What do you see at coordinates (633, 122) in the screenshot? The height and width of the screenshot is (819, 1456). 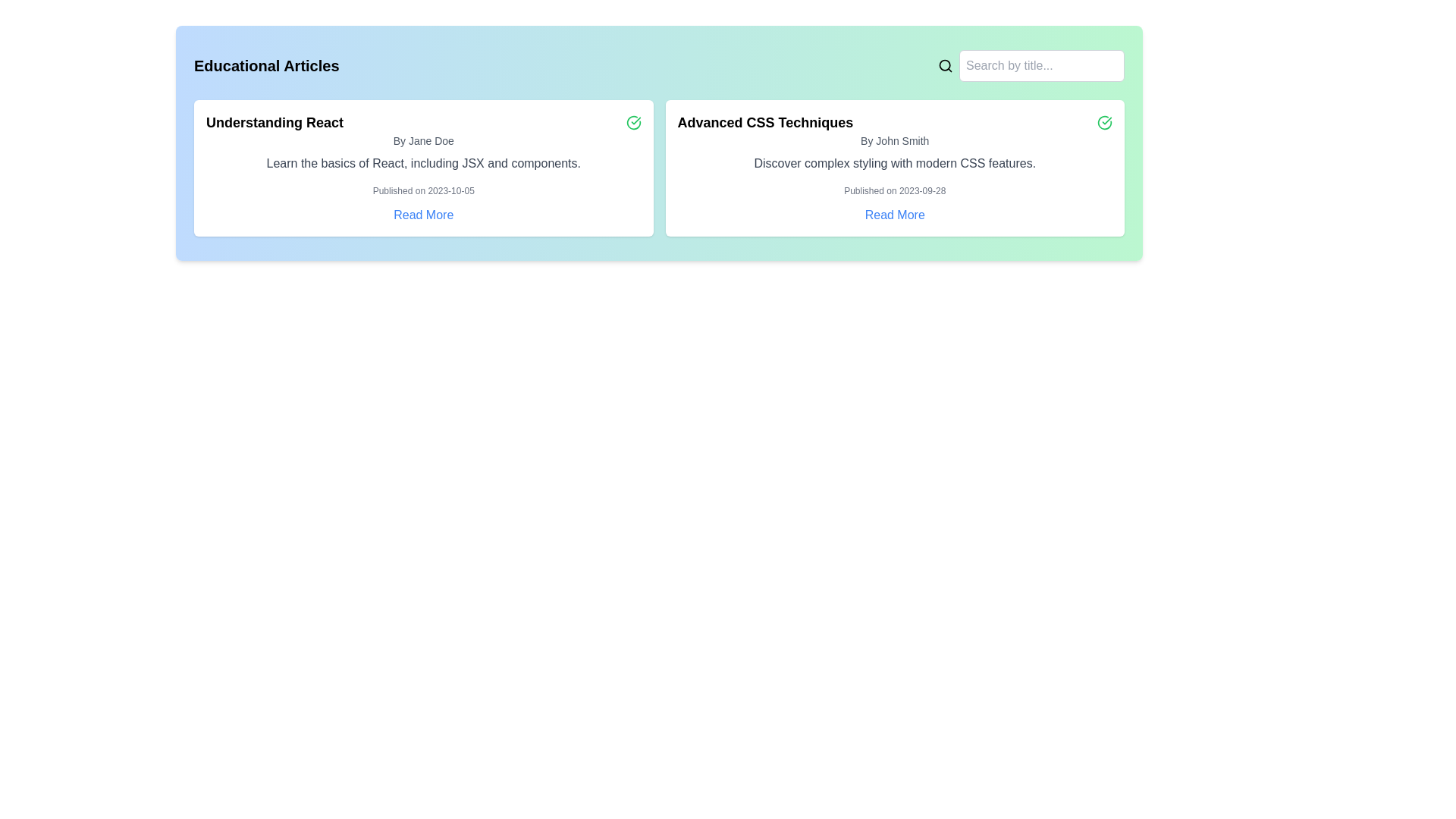 I see `the circular green checkmark icon located in the top-right of the 'Understanding React' section to indicate success` at bounding box center [633, 122].